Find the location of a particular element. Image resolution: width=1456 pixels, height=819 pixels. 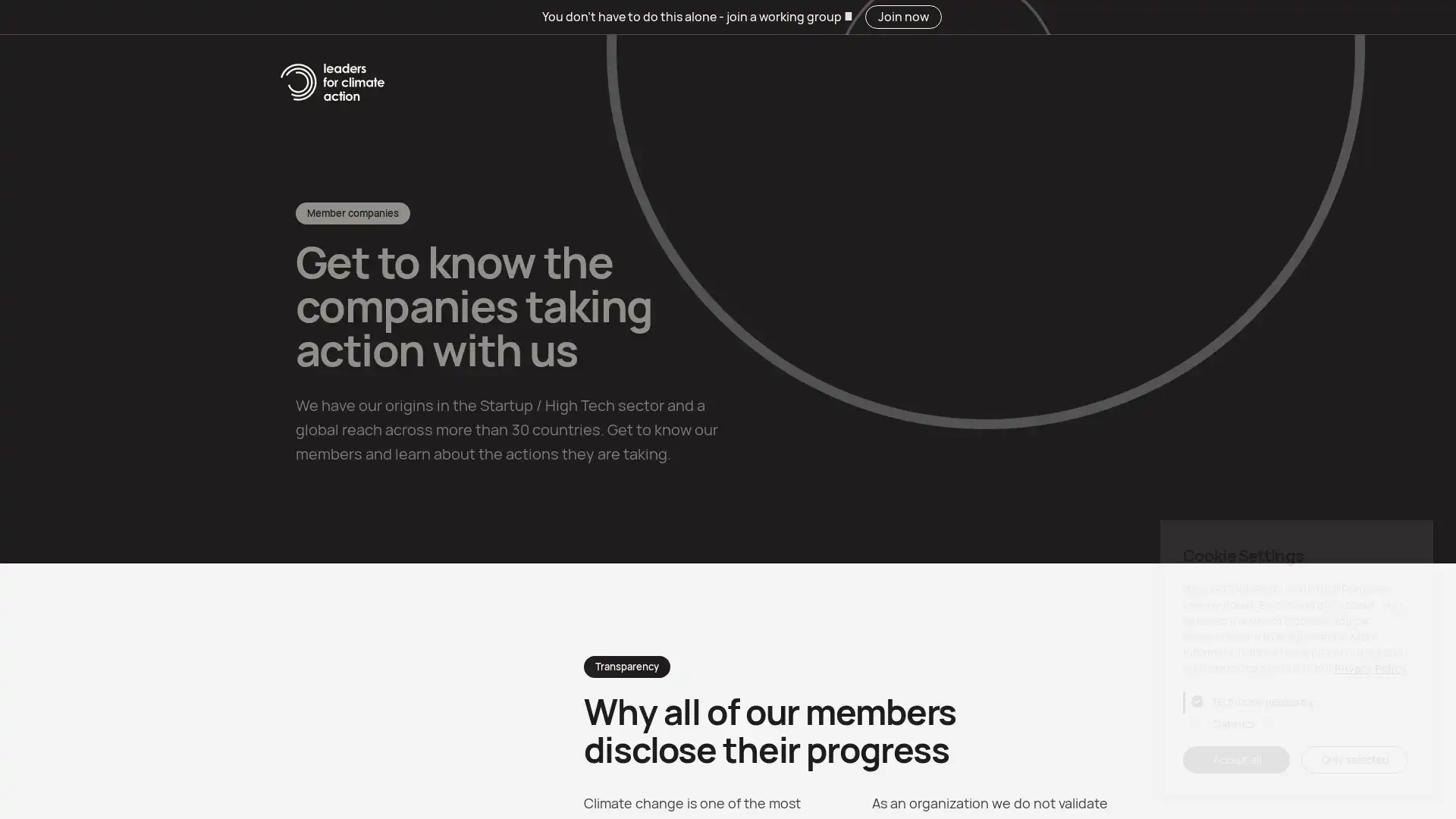

Join now is located at coordinates (902, 17).